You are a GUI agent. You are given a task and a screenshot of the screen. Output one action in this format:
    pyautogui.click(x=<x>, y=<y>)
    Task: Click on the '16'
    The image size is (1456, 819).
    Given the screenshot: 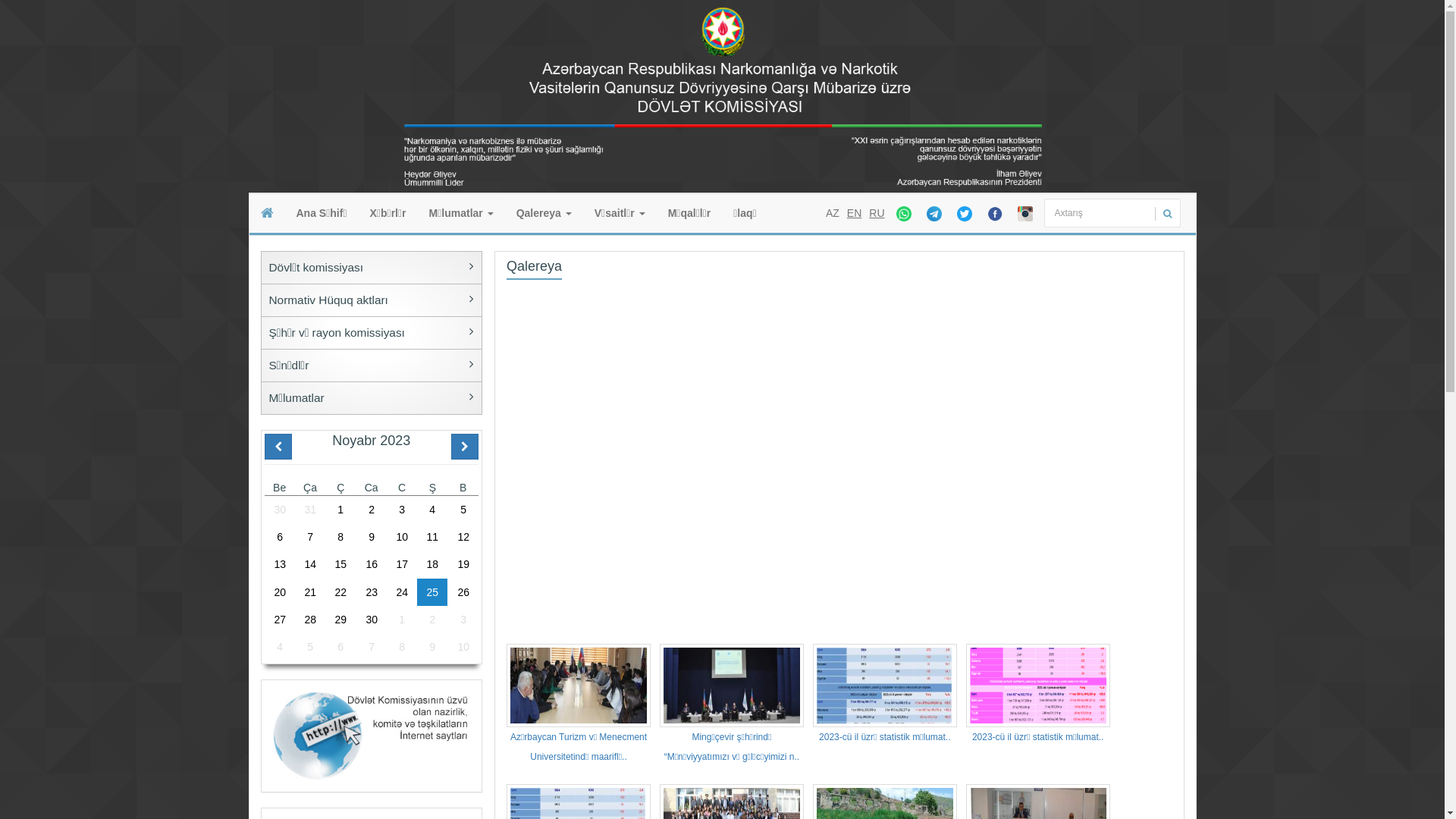 What is the action you would take?
    pyautogui.click(x=371, y=564)
    